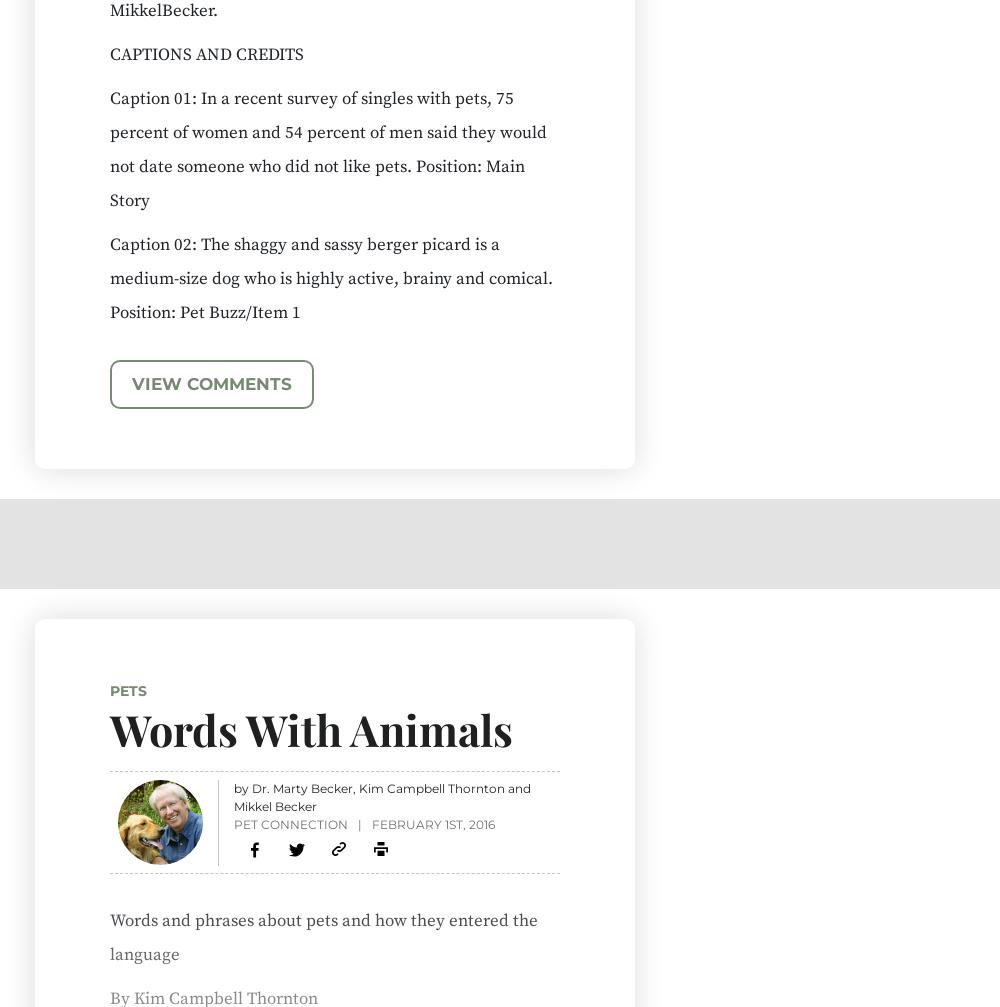 The image size is (1000, 1007). I want to click on 'CAPTIONS AND CREDITS', so click(206, 53).